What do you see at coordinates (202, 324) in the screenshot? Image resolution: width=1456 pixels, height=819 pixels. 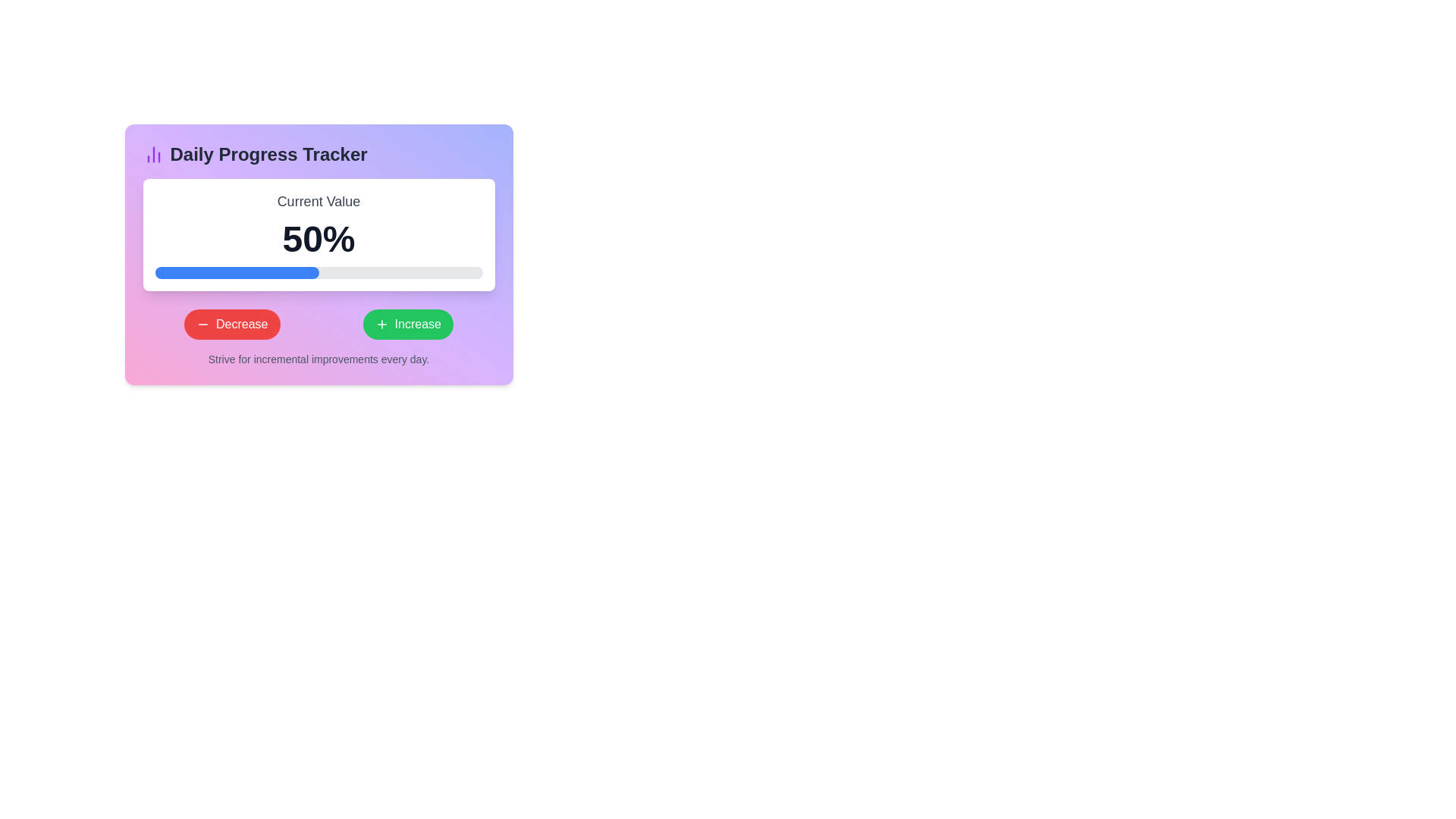 I see `the small minus icon inside the red 'Decrease' button` at bounding box center [202, 324].